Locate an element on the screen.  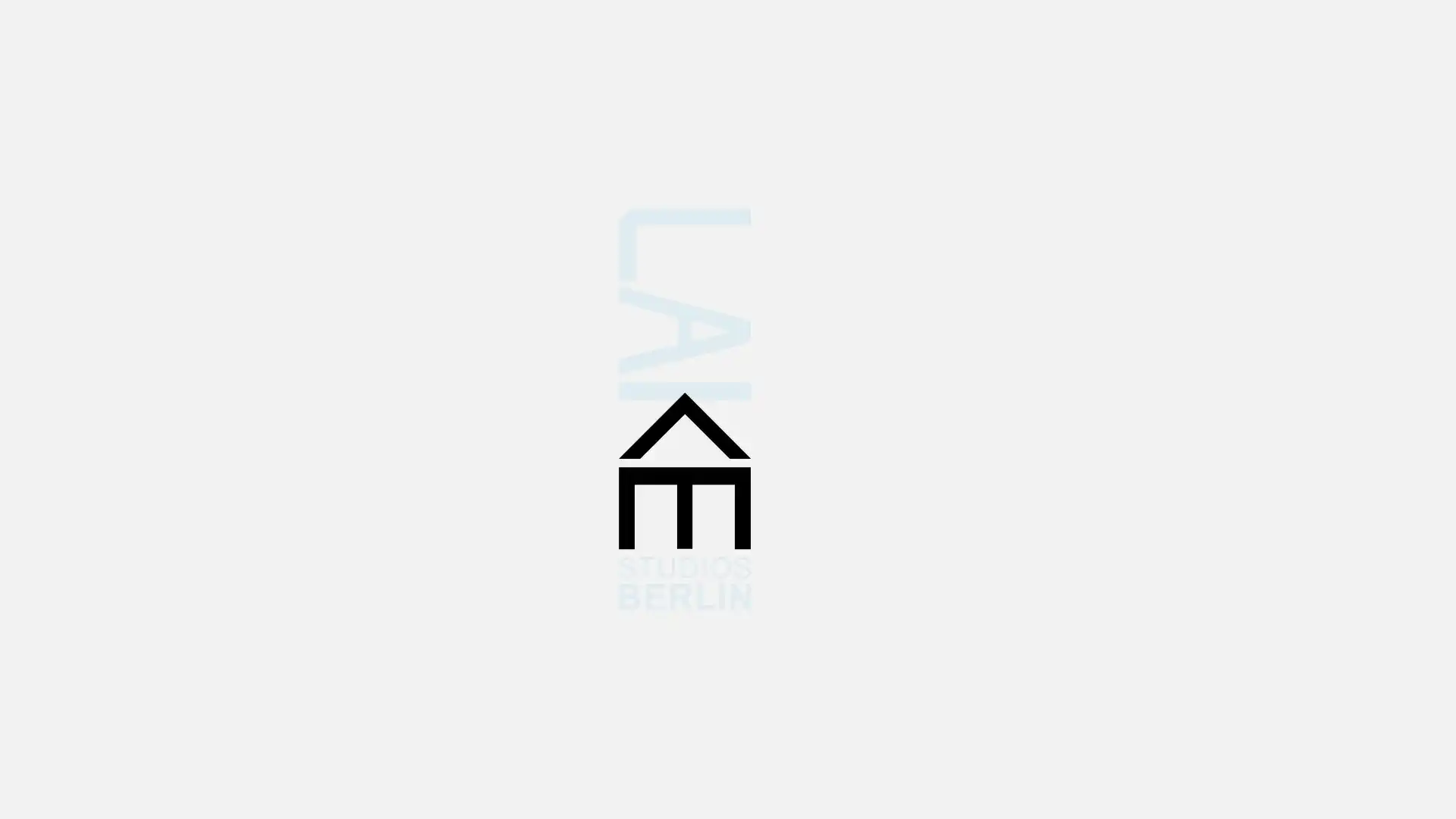
Menu is located at coordinates (1398, 146).